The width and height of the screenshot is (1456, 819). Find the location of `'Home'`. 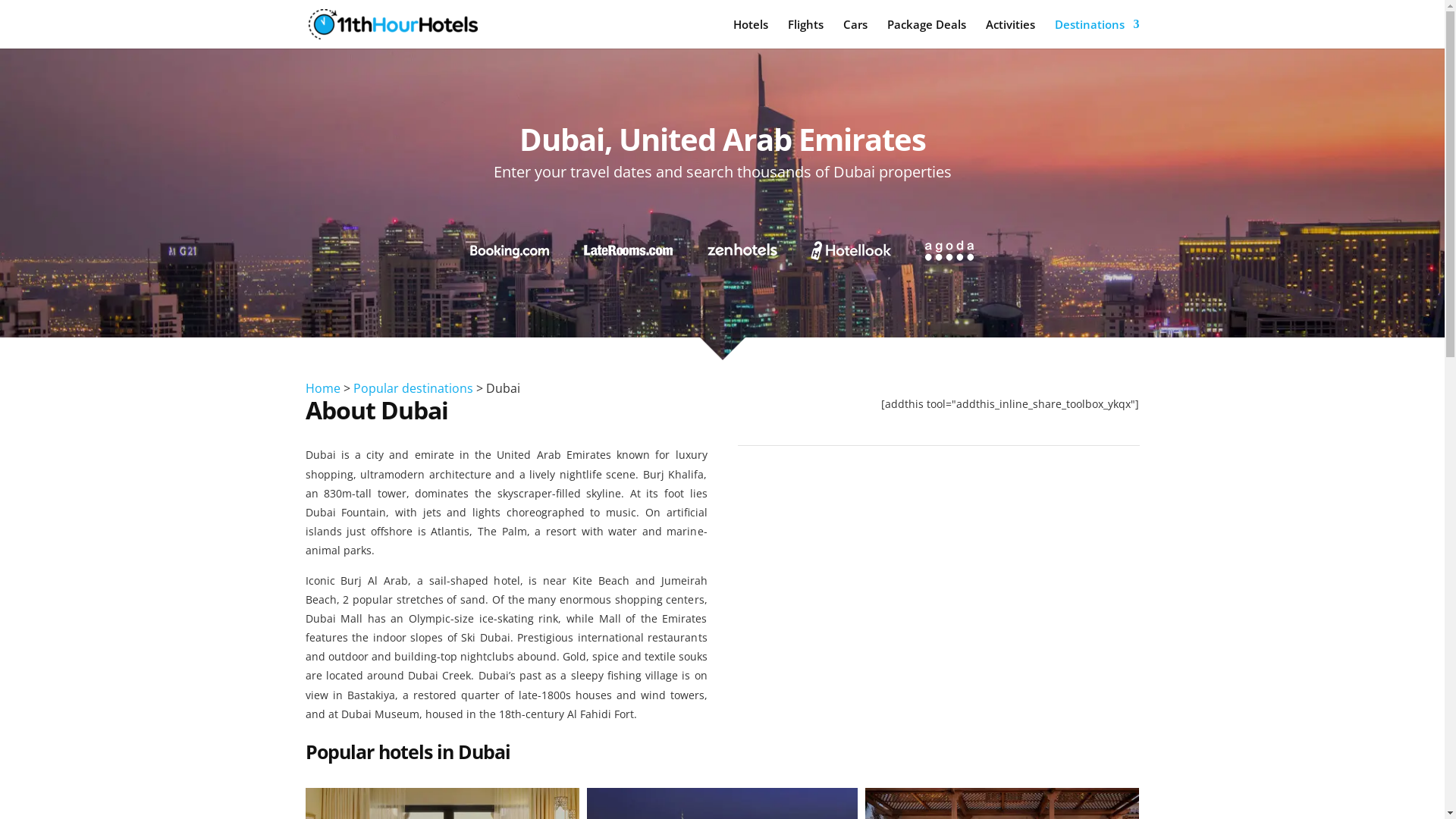

'Home' is located at coordinates (322, 388).